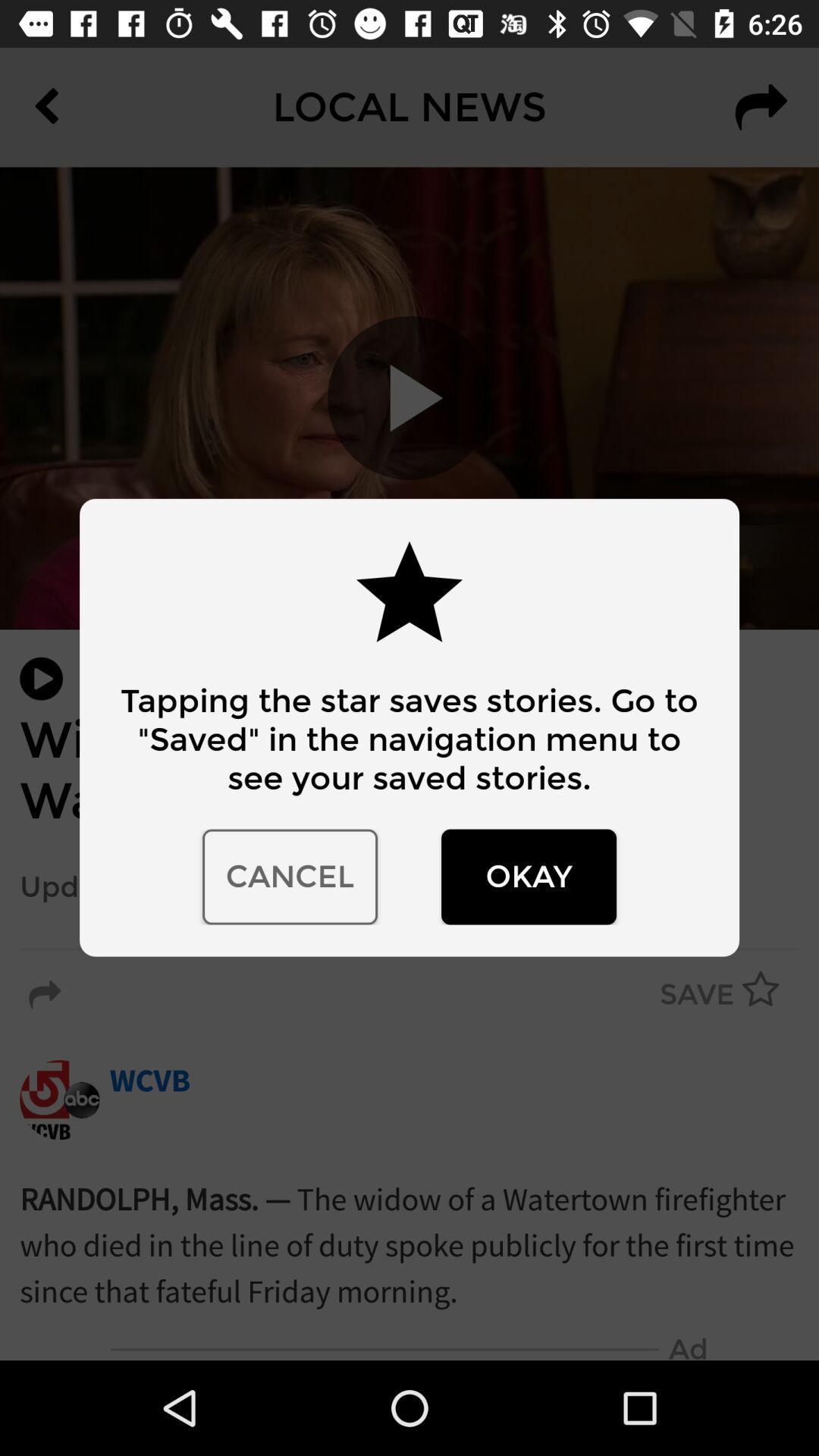 Image resolution: width=819 pixels, height=1456 pixels. I want to click on the redo icon, so click(761, 106).